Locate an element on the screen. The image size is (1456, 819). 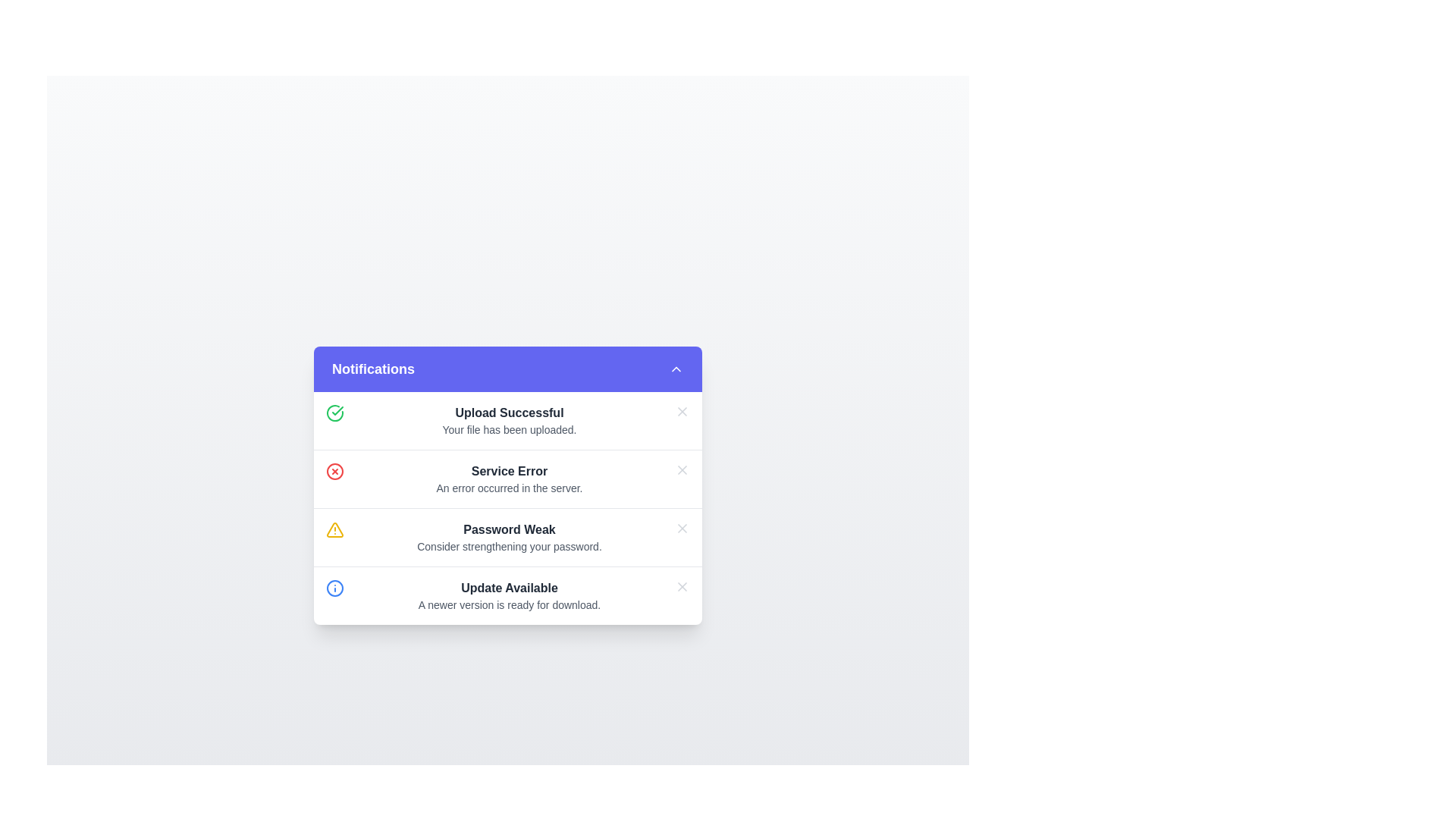
the text label that conveys a supplementary message about the notification titled 'Update Available', located underneath it in the last notification block is located at coordinates (510, 604).